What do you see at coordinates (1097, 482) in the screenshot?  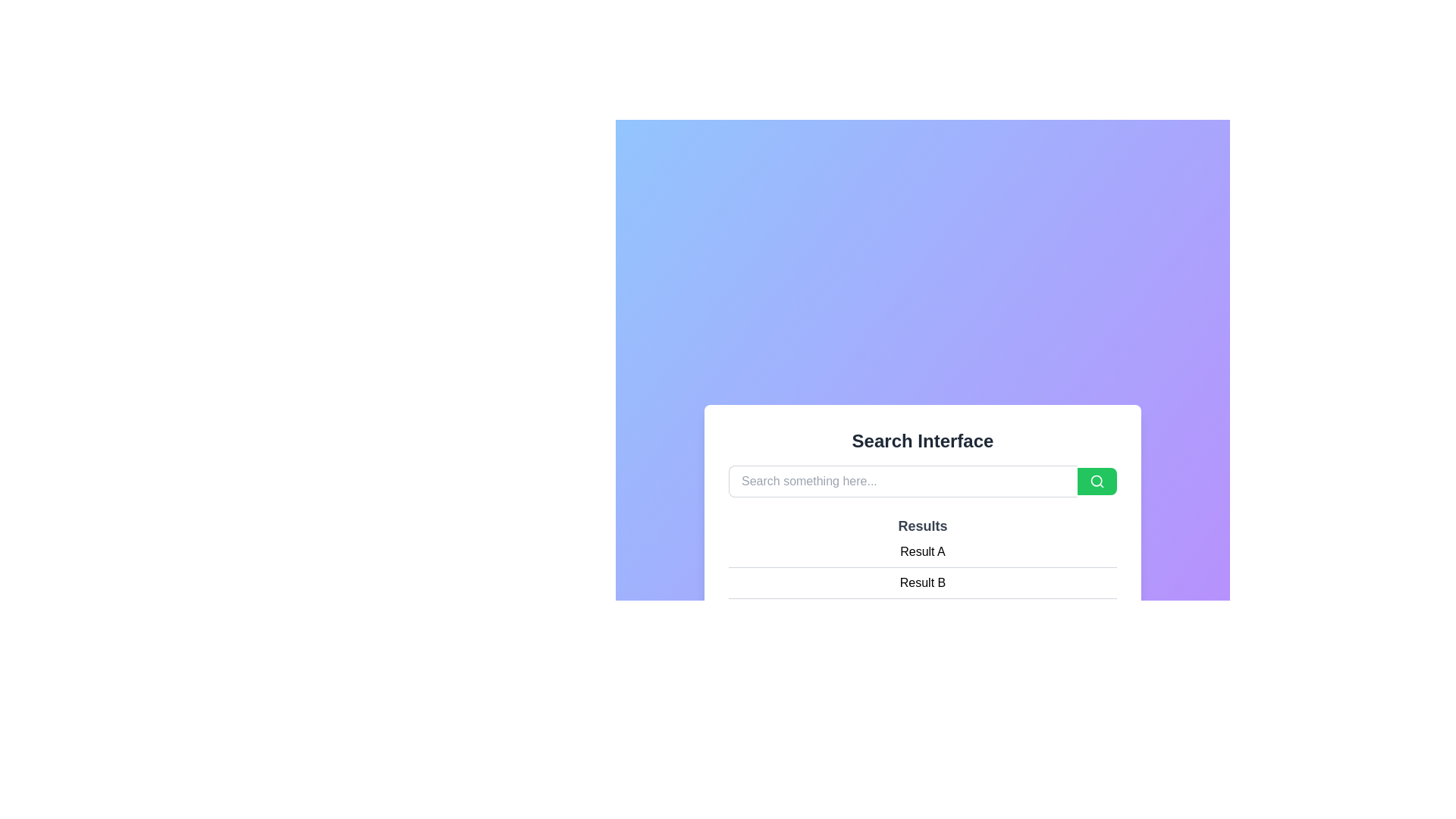 I see `the green rectangular button with rounded corners containing a white magnifying glass icon, located to the right of the search bar` at bounding box center [1097, 482].